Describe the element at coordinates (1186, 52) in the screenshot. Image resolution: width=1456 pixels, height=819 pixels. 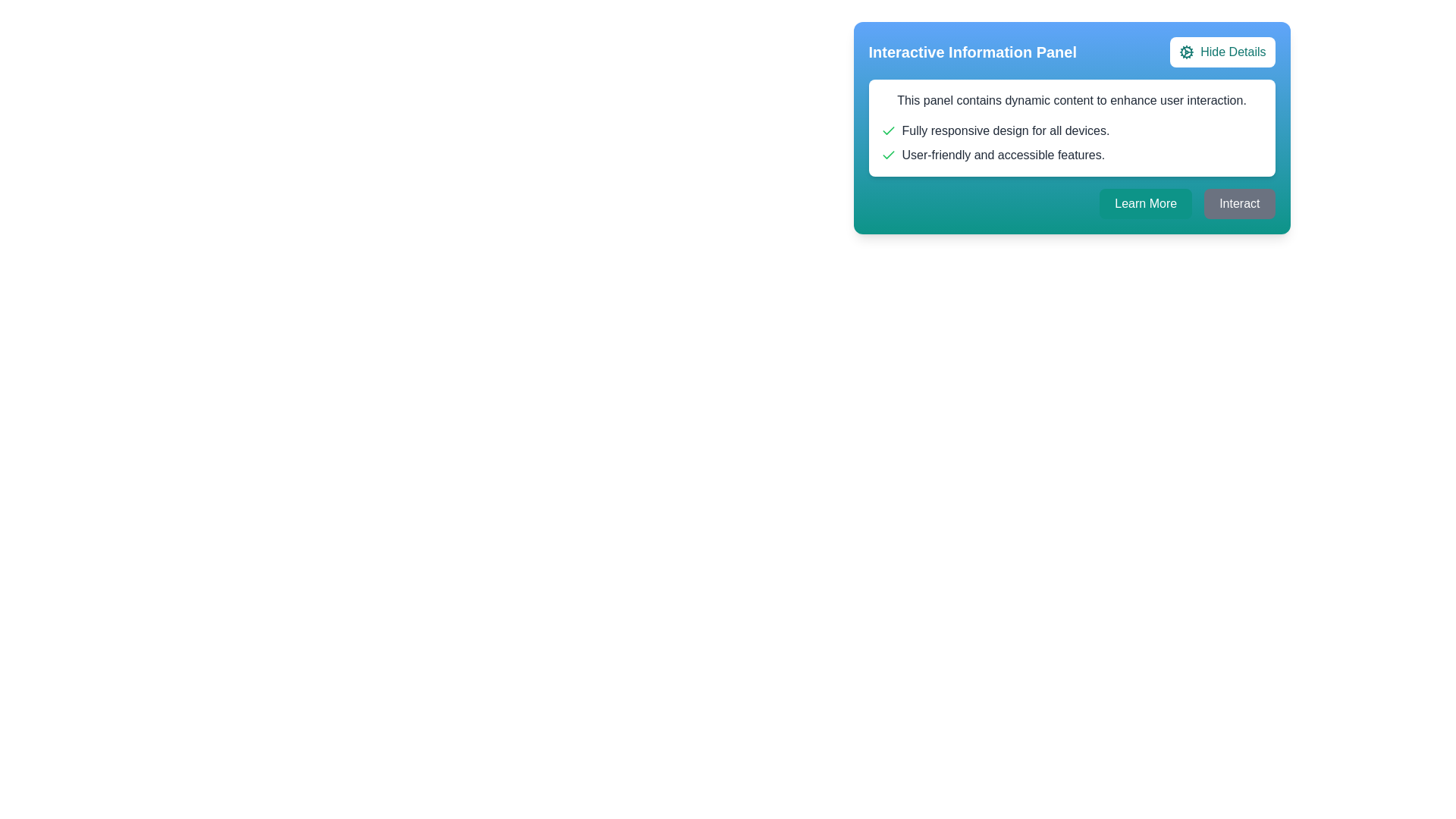
I see `the settings icon located at the top-right corner of the 'Interactive Information Panel', next to the 'Hide Details' text` at that location.